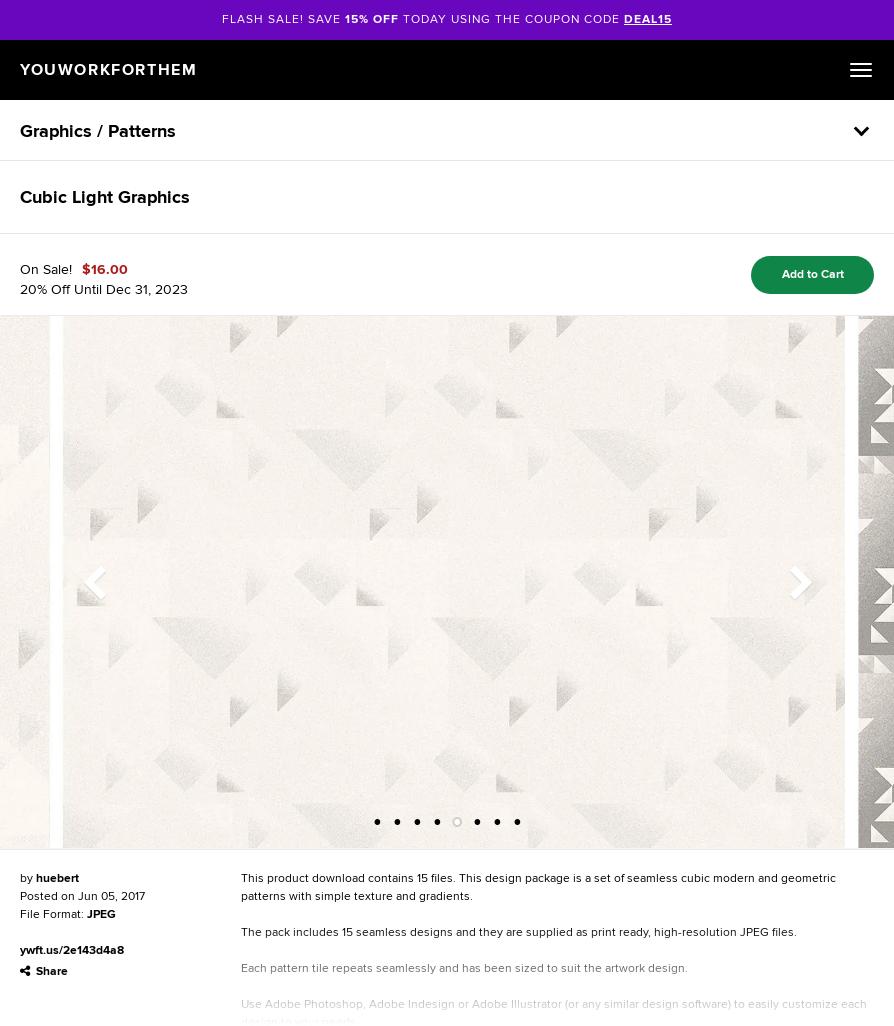  I want to click on 'On Sale!', so click(20, 268).